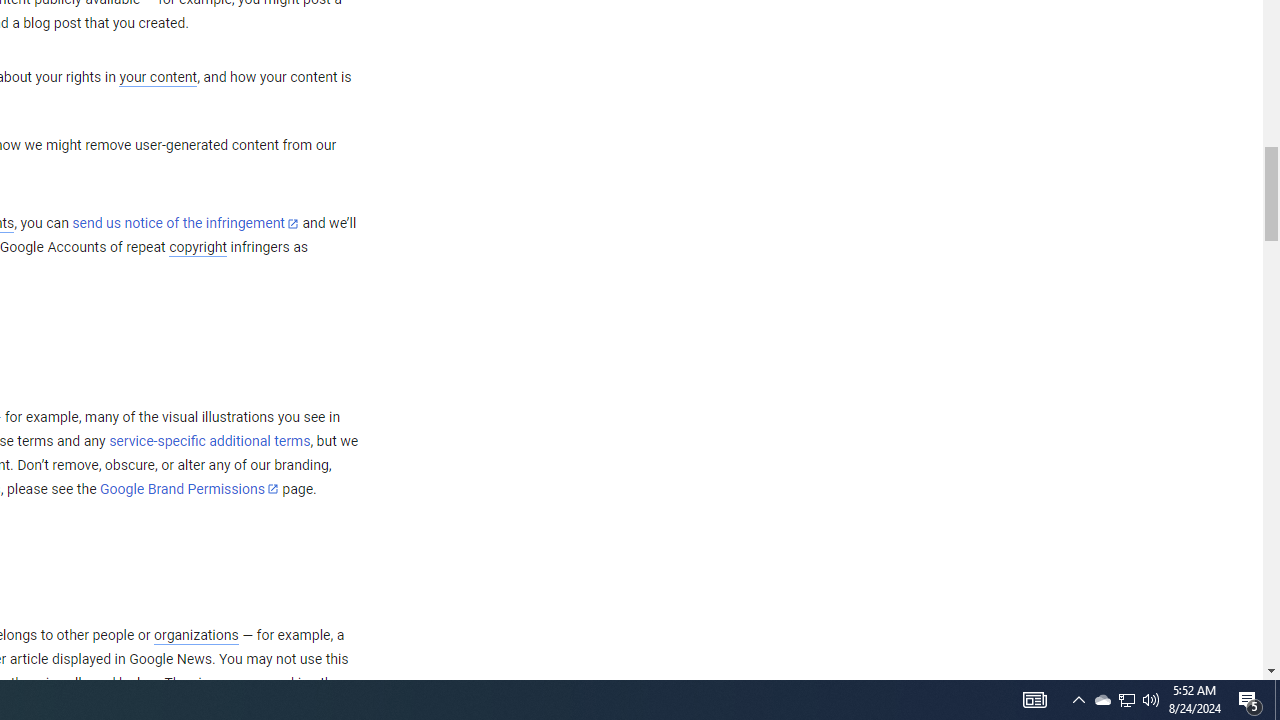 Image resolution: width=1280 pixels, height=720 pixels. Describe the element at coordinates (196, 635) in the screenshot. I see `'organizations'` at that location.